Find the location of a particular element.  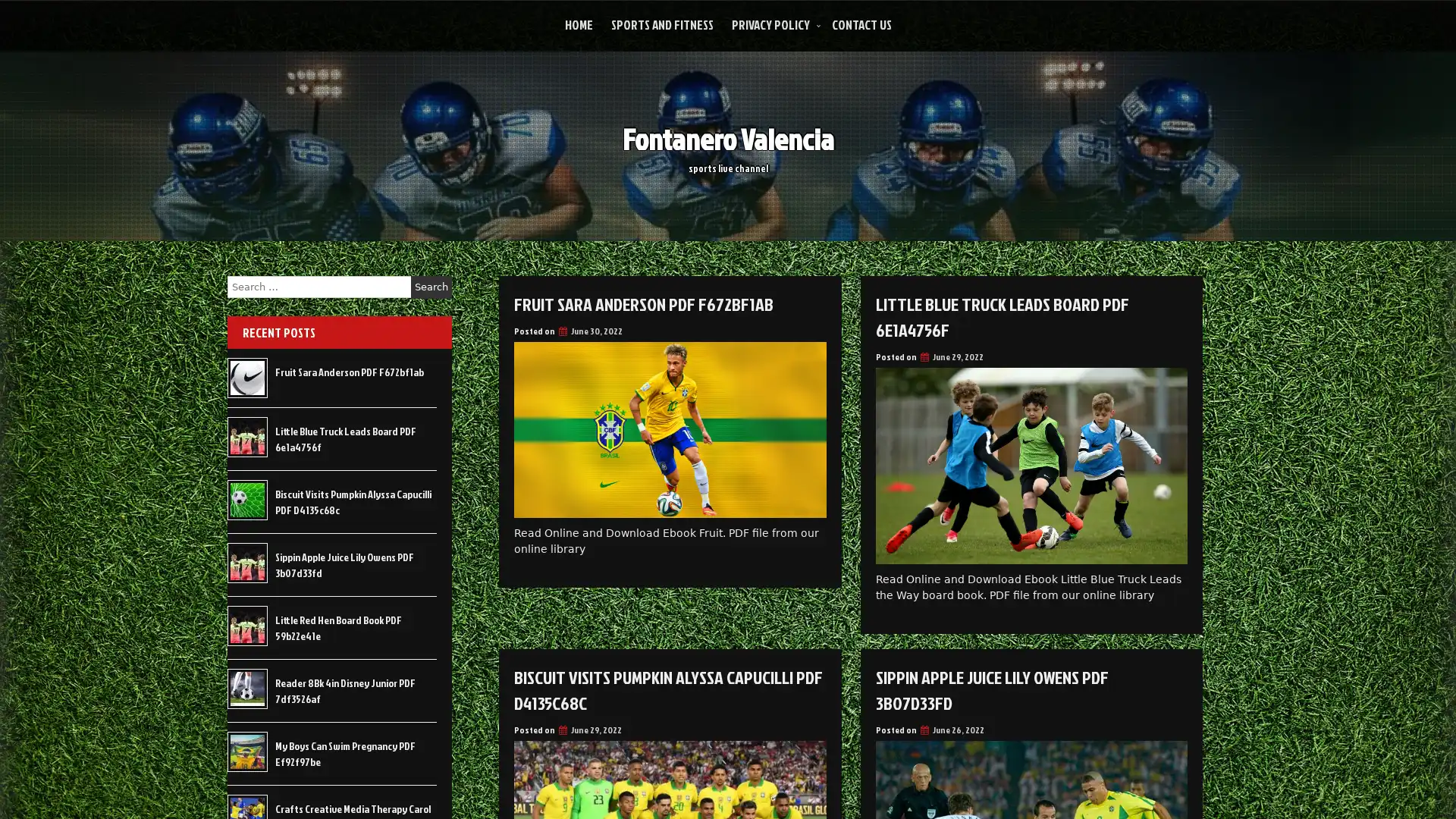

Search is located at coordinates (431, 287).